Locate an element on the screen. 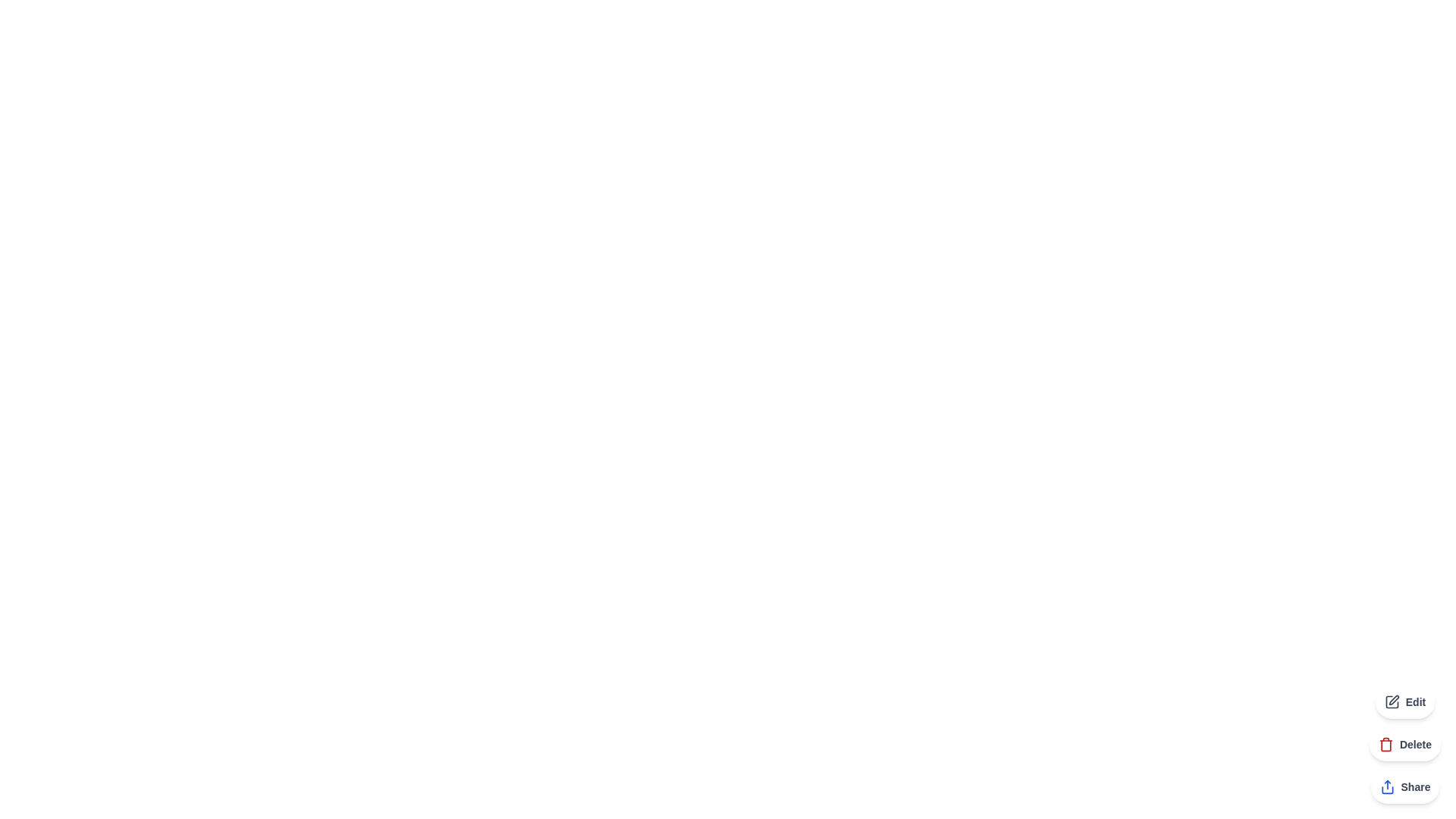 The image size is (1456, 819). the top-most button in the bottom-right corner of the interface is located at coordinates (1404, 701).